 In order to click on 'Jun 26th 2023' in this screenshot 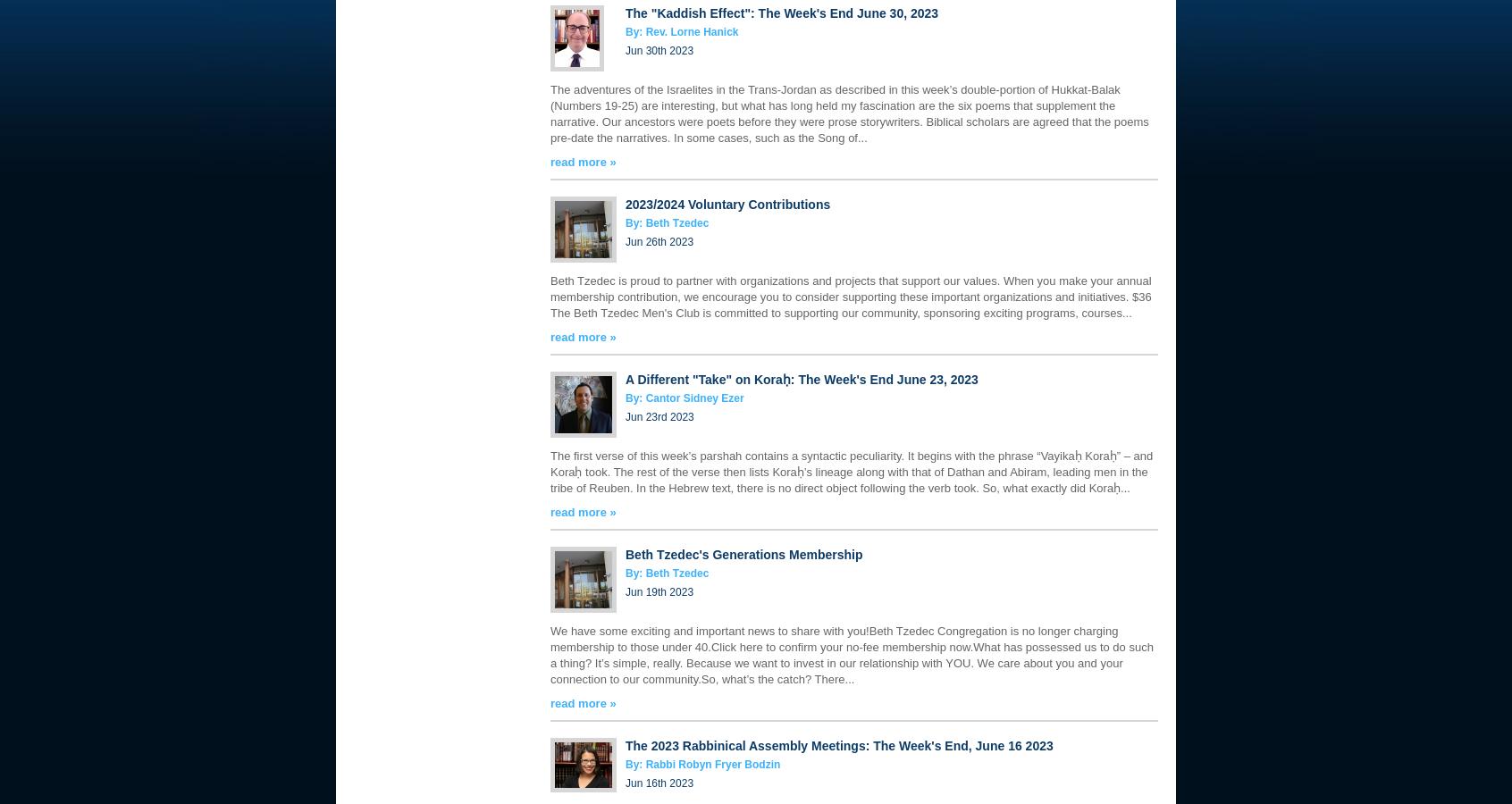, I will do `click(659, 240)`.